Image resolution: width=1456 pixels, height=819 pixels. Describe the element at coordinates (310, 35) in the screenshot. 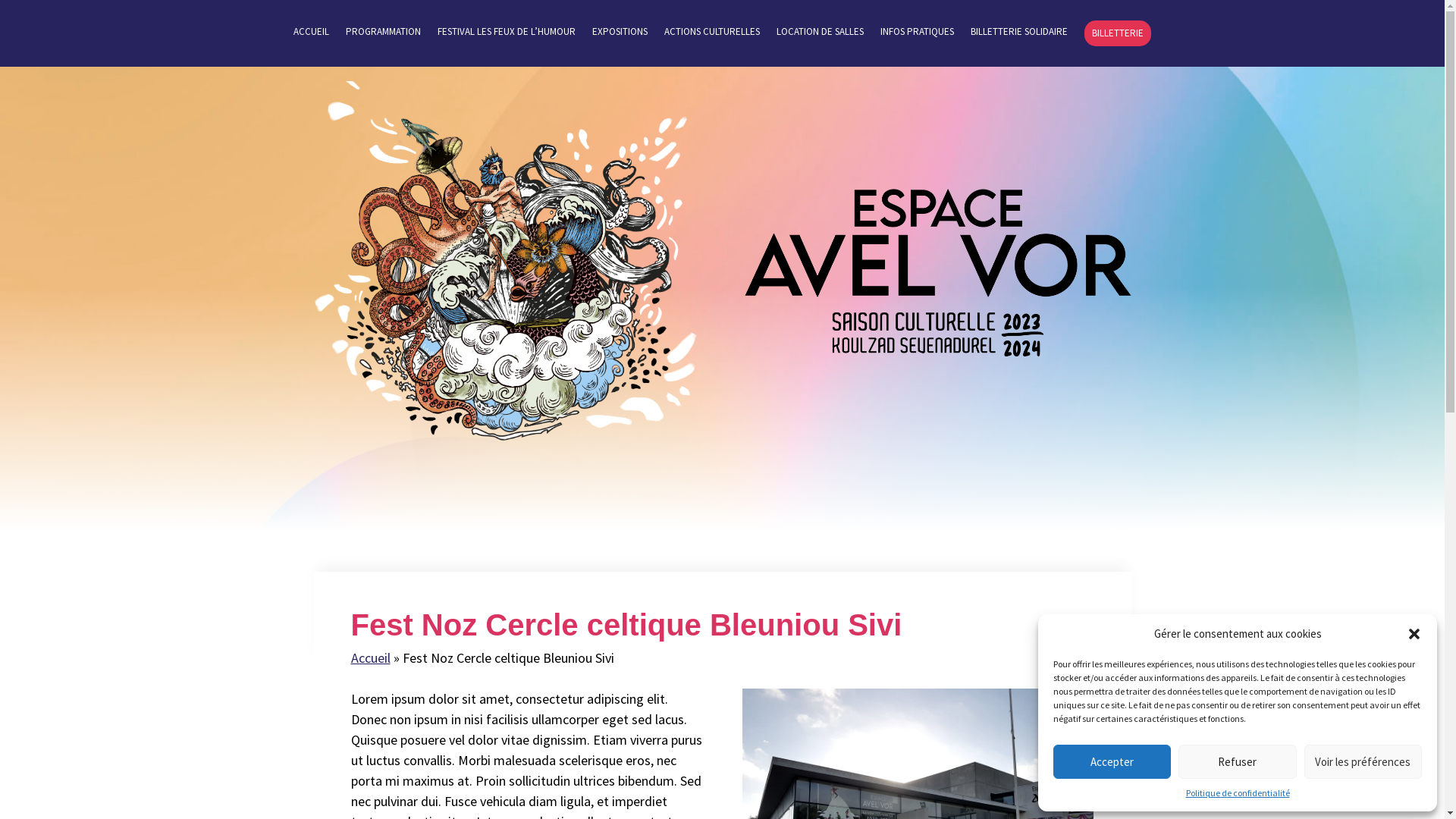

I see `'ACCUEIL'` at that location.